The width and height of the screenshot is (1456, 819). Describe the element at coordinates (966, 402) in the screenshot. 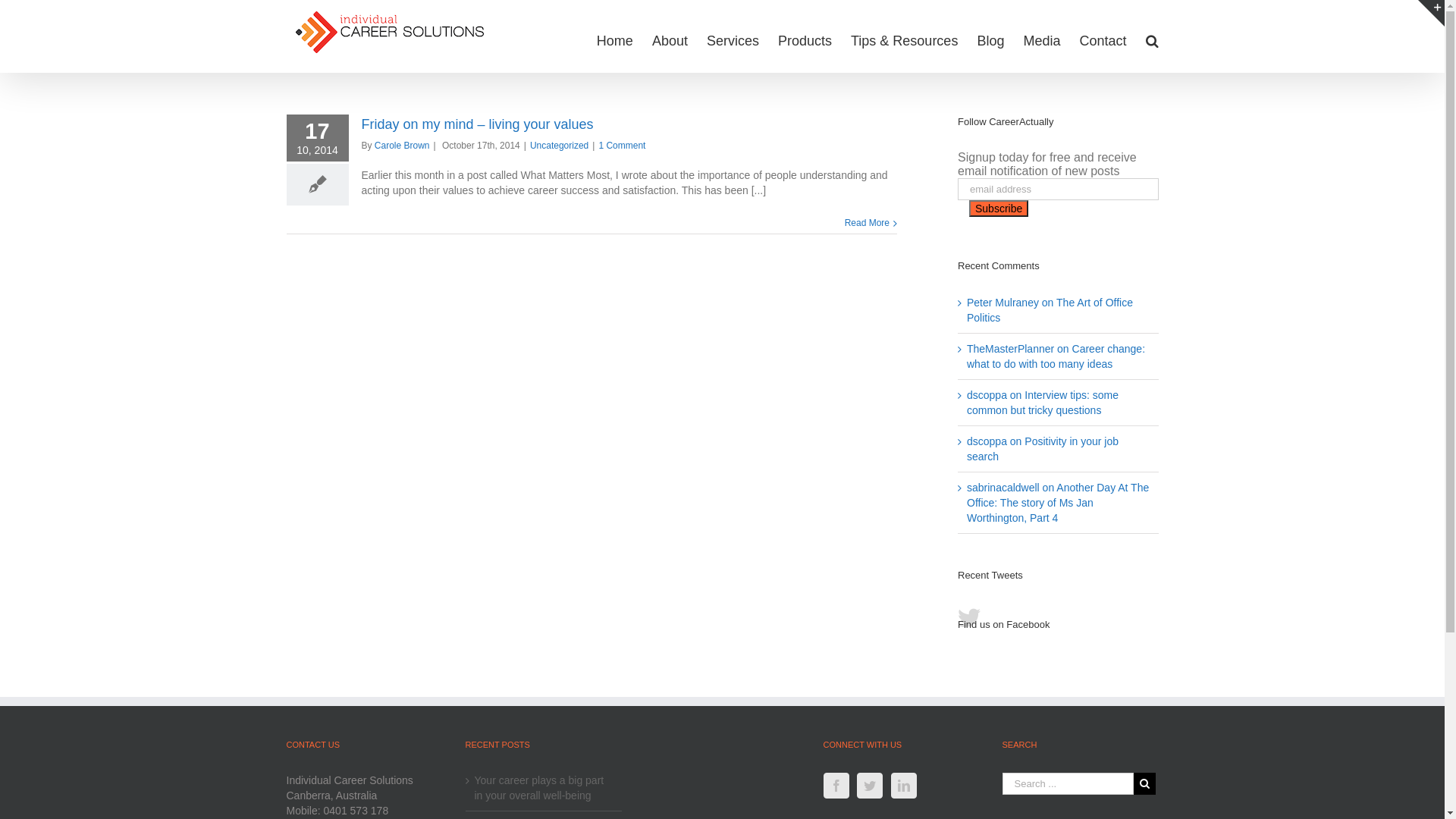

I see `'Interview tips: some common but tricky questions'` at that location.